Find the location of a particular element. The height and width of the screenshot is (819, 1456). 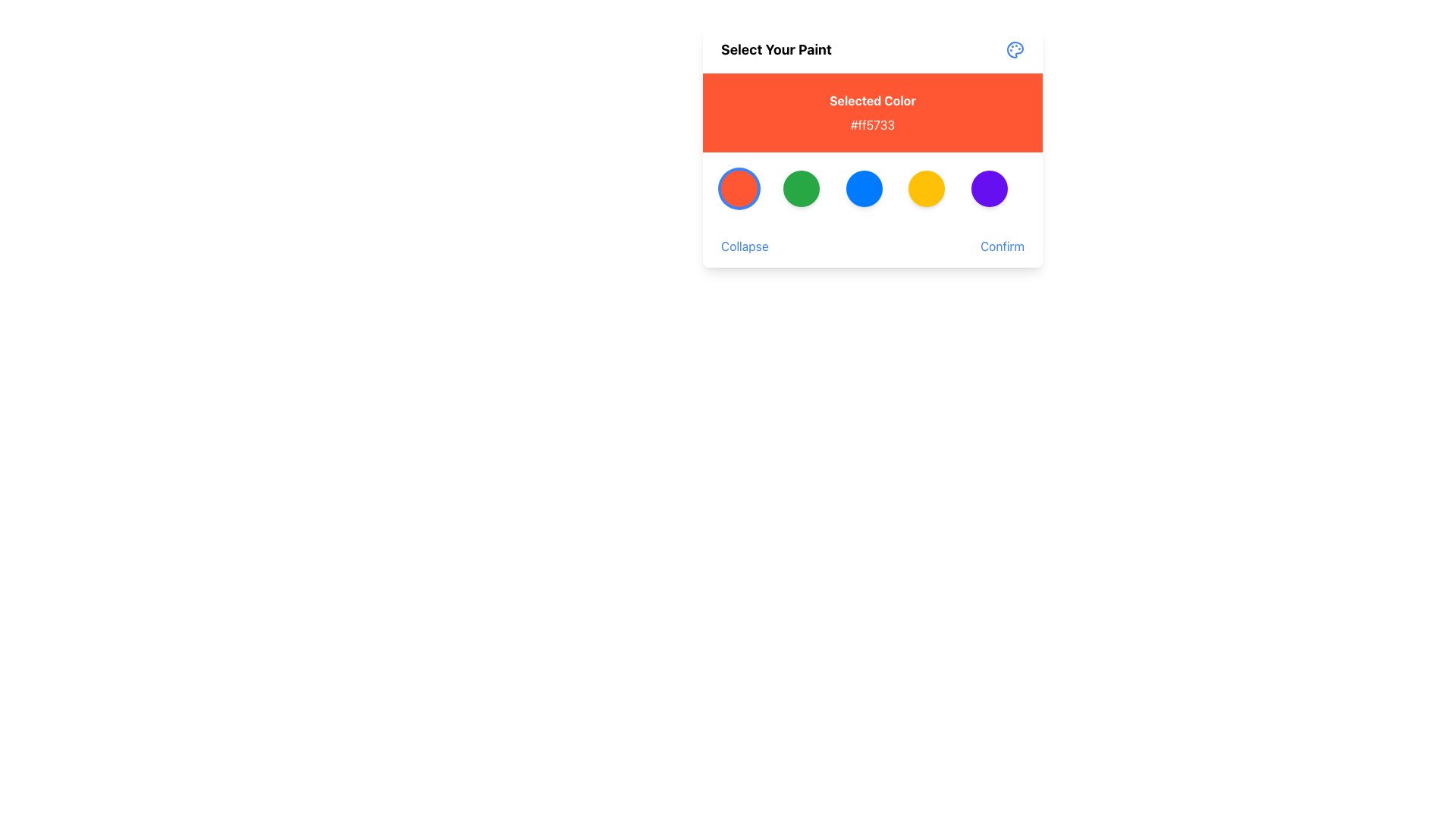

the fifth circular purple button in a row of five is located at coordinates (989, 188).